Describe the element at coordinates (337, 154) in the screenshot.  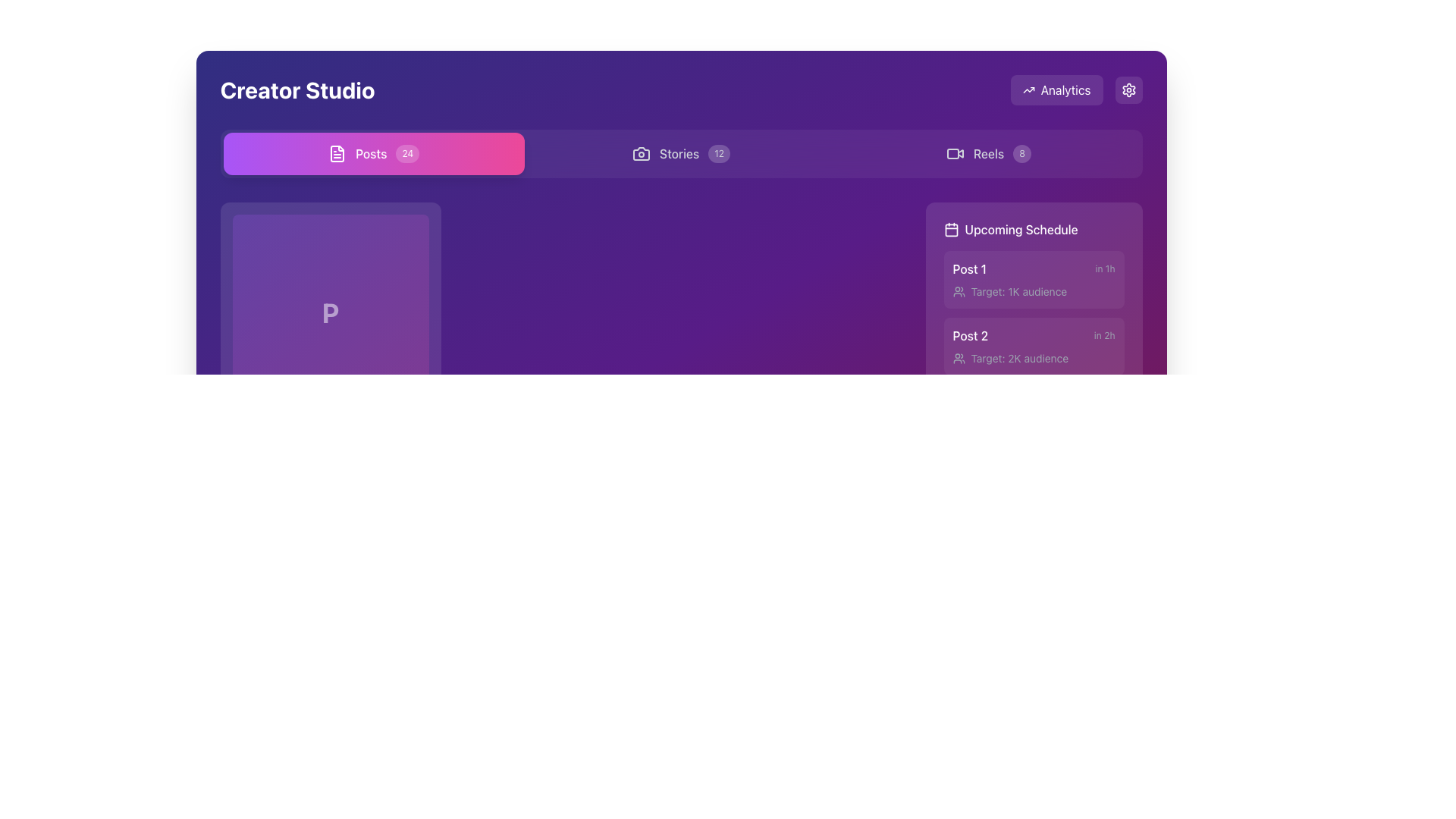
I see `the icon representing a collection of posts or files located on the left side of the 'Posts 24' button in the horizontal navigation menu` at that location.